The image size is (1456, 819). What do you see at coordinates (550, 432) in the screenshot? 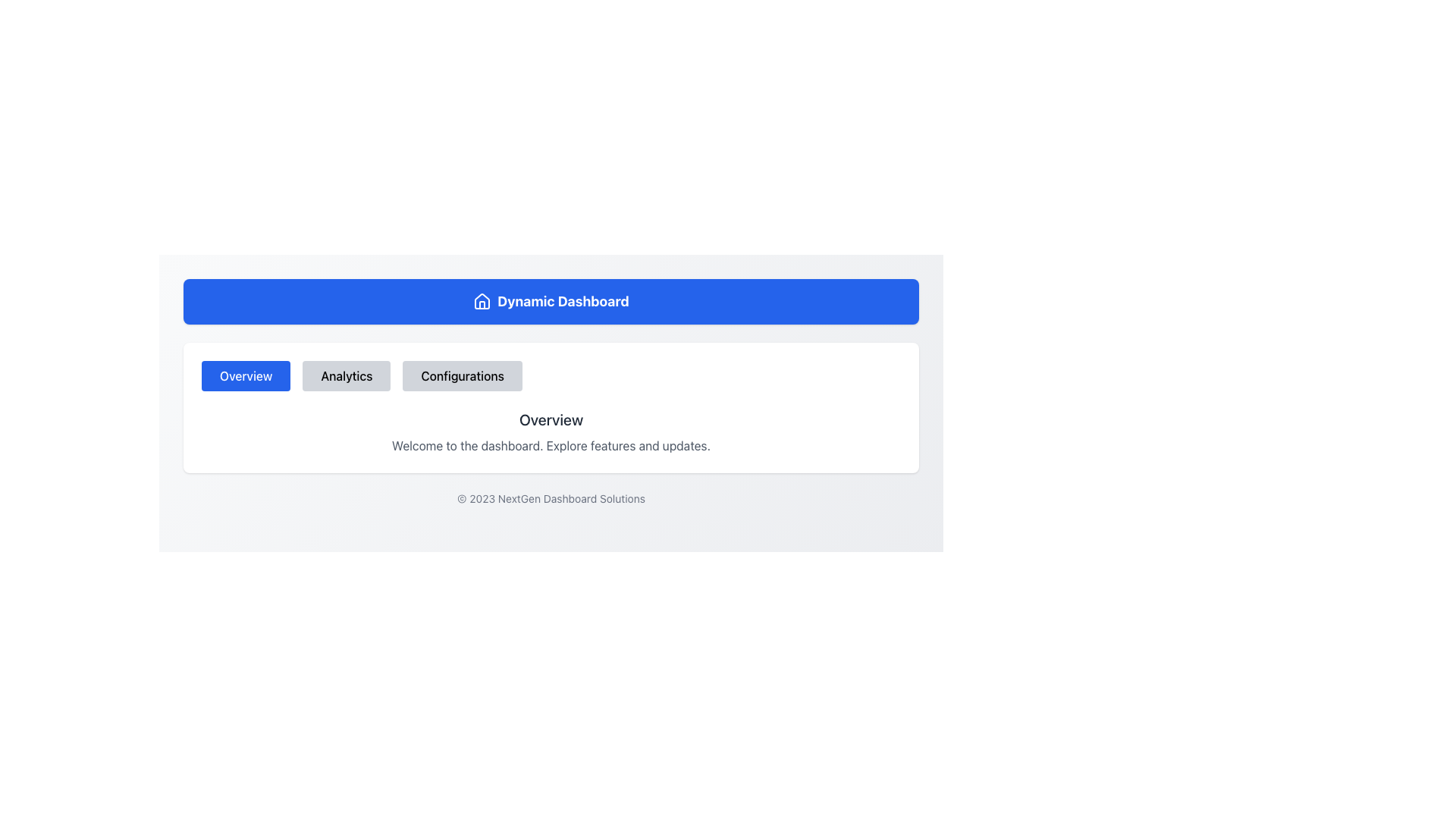
I see `the Text Section displaying 'Overview' and its descriptive text 'Welcome to the dashboard. Explore features and updates.'` at bounding box center [550, 432].